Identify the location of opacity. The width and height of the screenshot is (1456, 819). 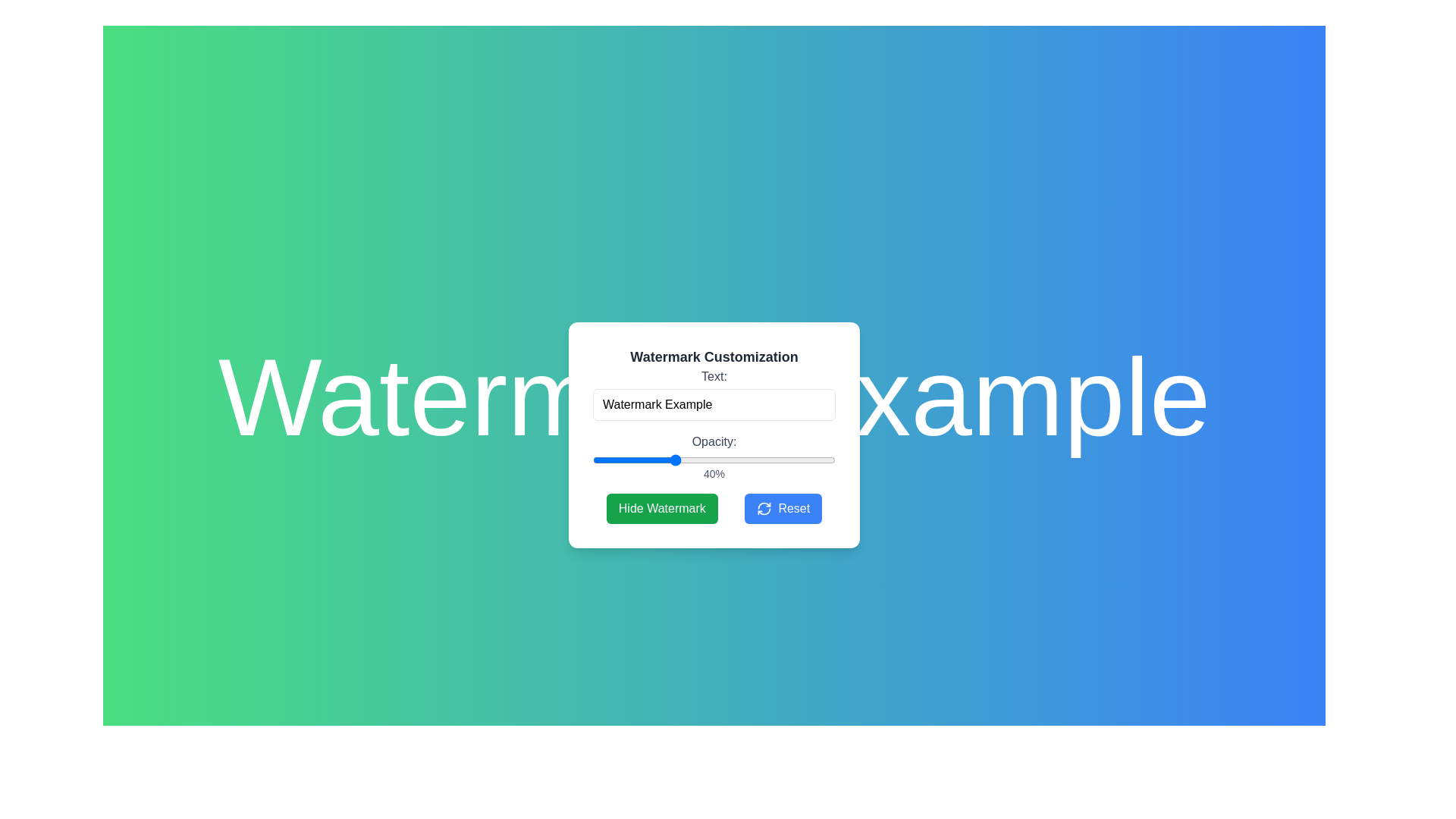
(821, 459).